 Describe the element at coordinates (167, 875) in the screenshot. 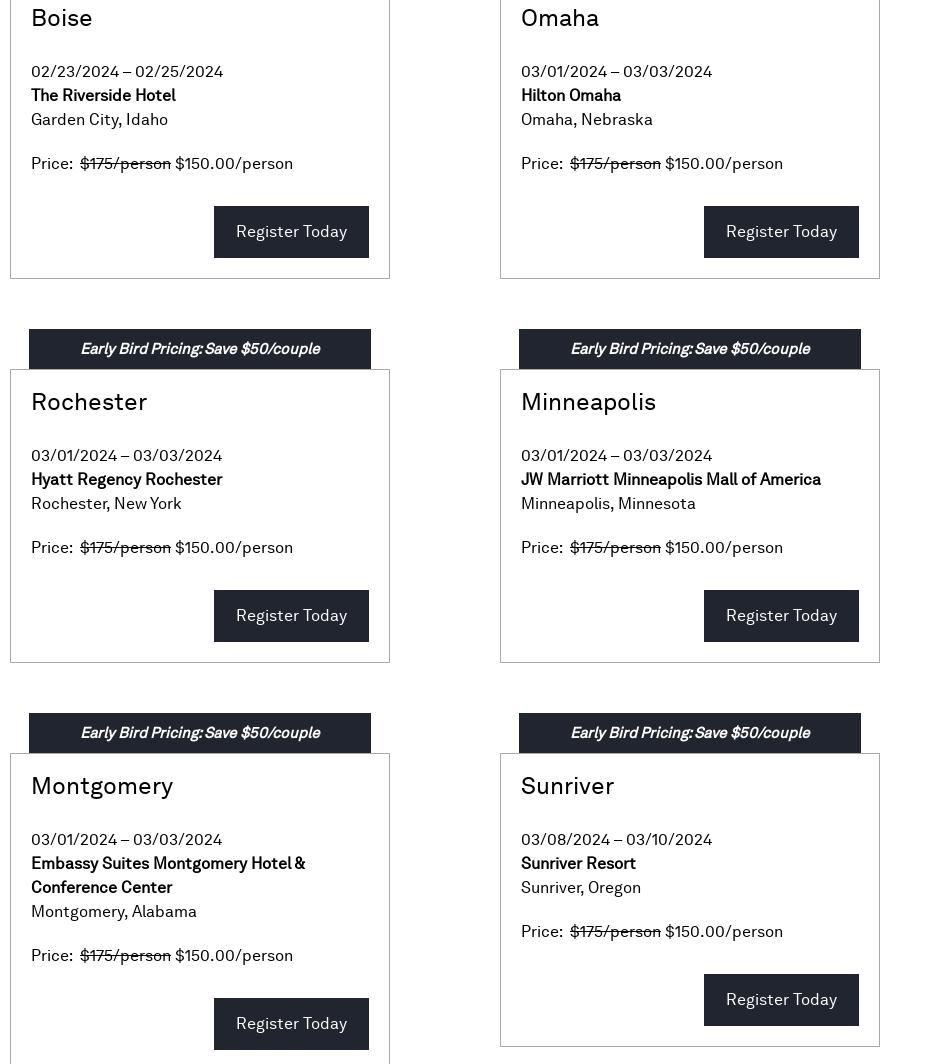

I see `'Embassy Suites Montgomery Hotel & Conference Center'` at that location.